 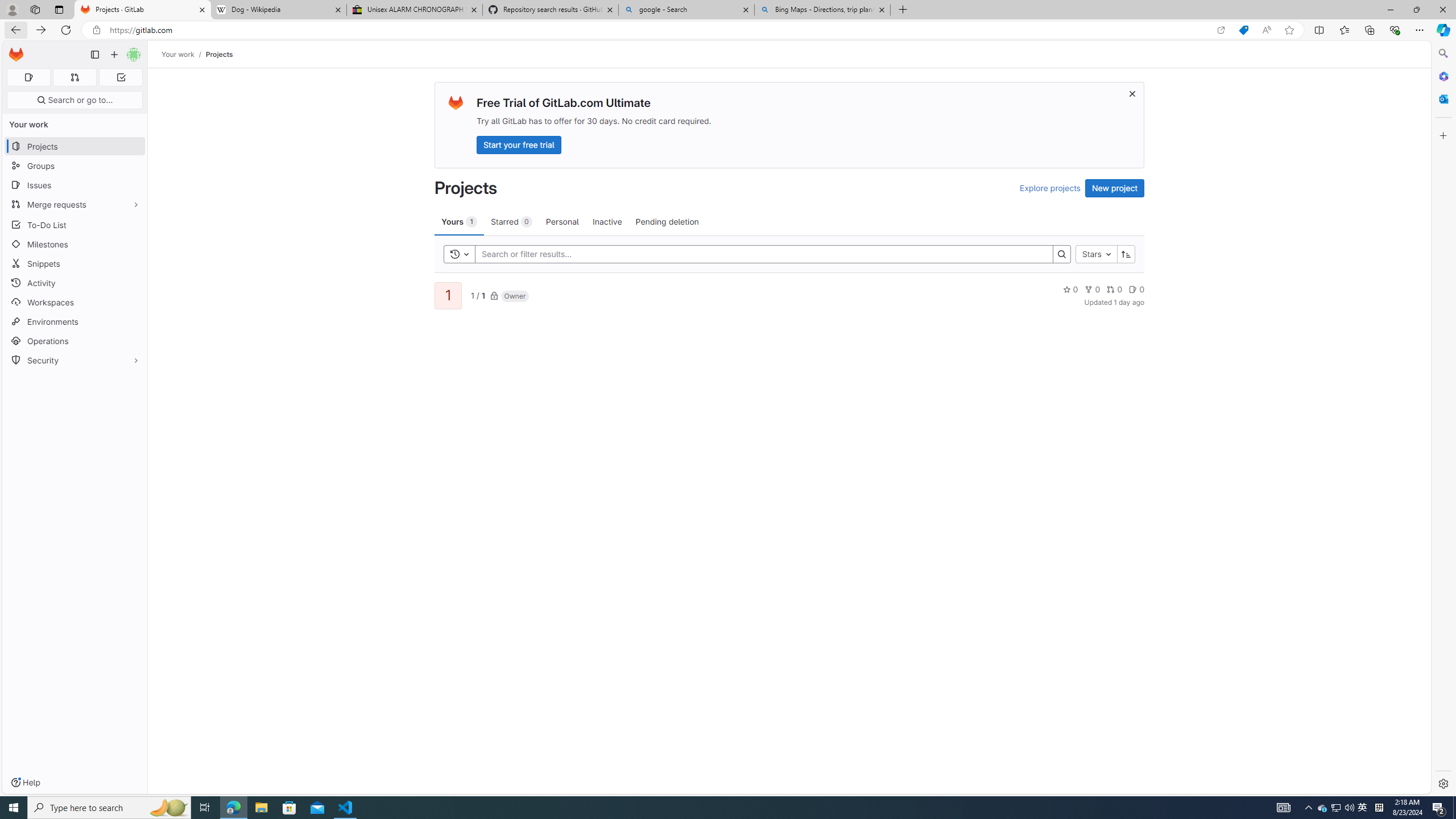 I want to click on 'Toggle history', so click(x=459, y=254).